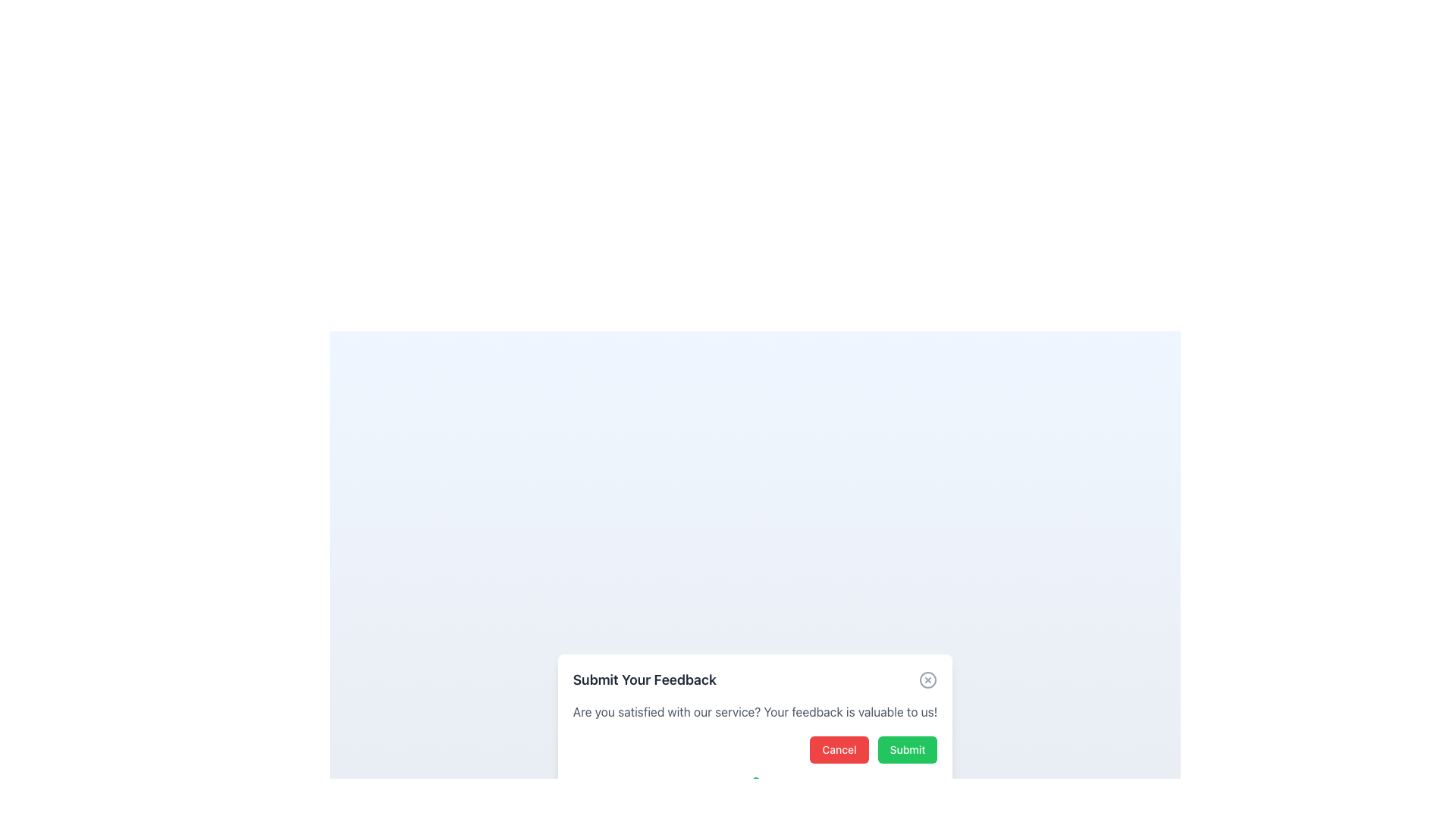 This screenshot has height=819, width=1456. What do you see at coordinates (645, 679) in the screenshot?
I see `the text label that states 'Submit Your Feedback', which is in bold dark gray font and positioned at the top-left of the feedback dialog box` at bounding box center [645, 679].